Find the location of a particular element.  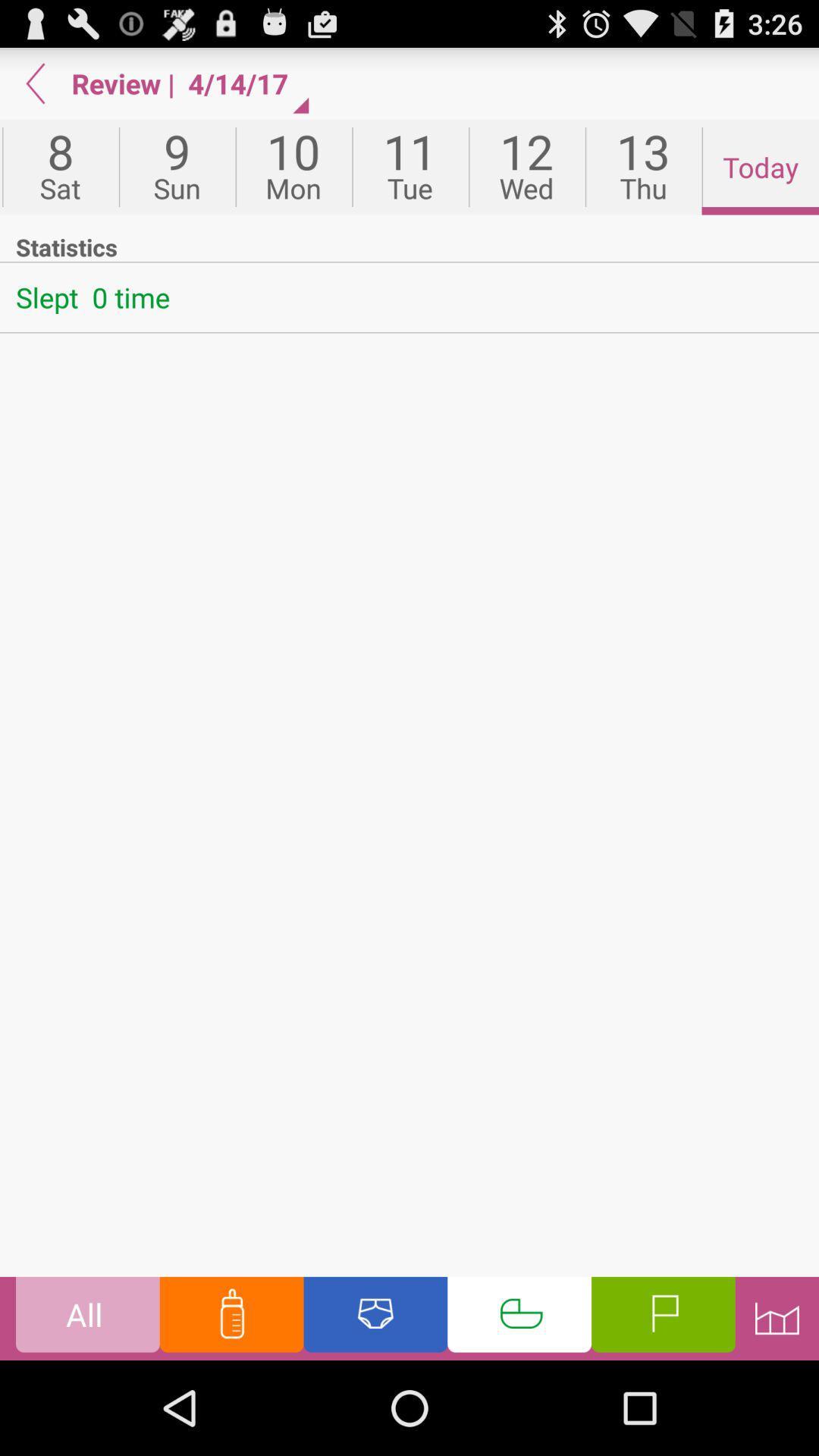

go back is located at coordinates (35, 83).